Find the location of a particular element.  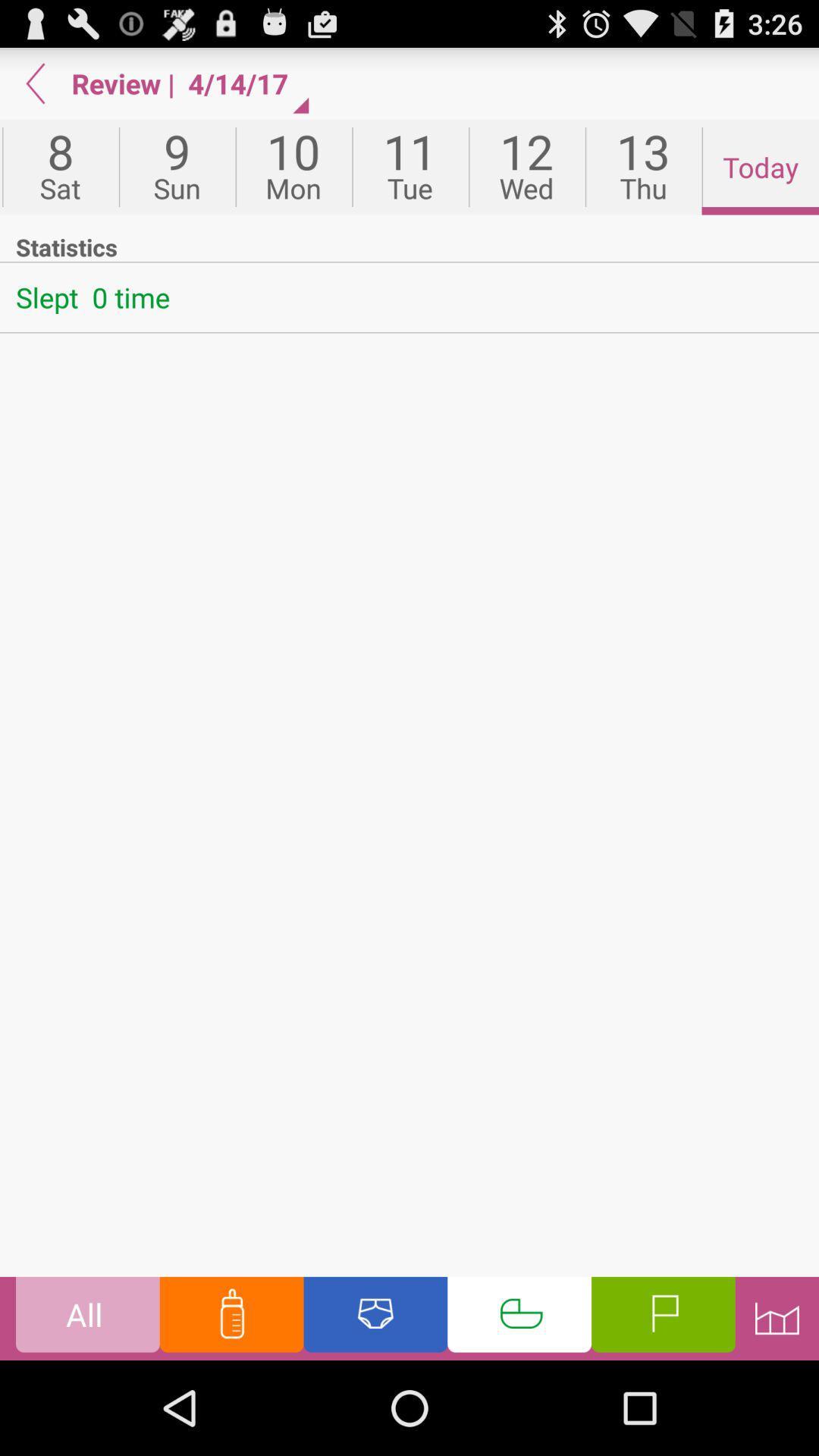

go back is located at coordinates (35, 83).